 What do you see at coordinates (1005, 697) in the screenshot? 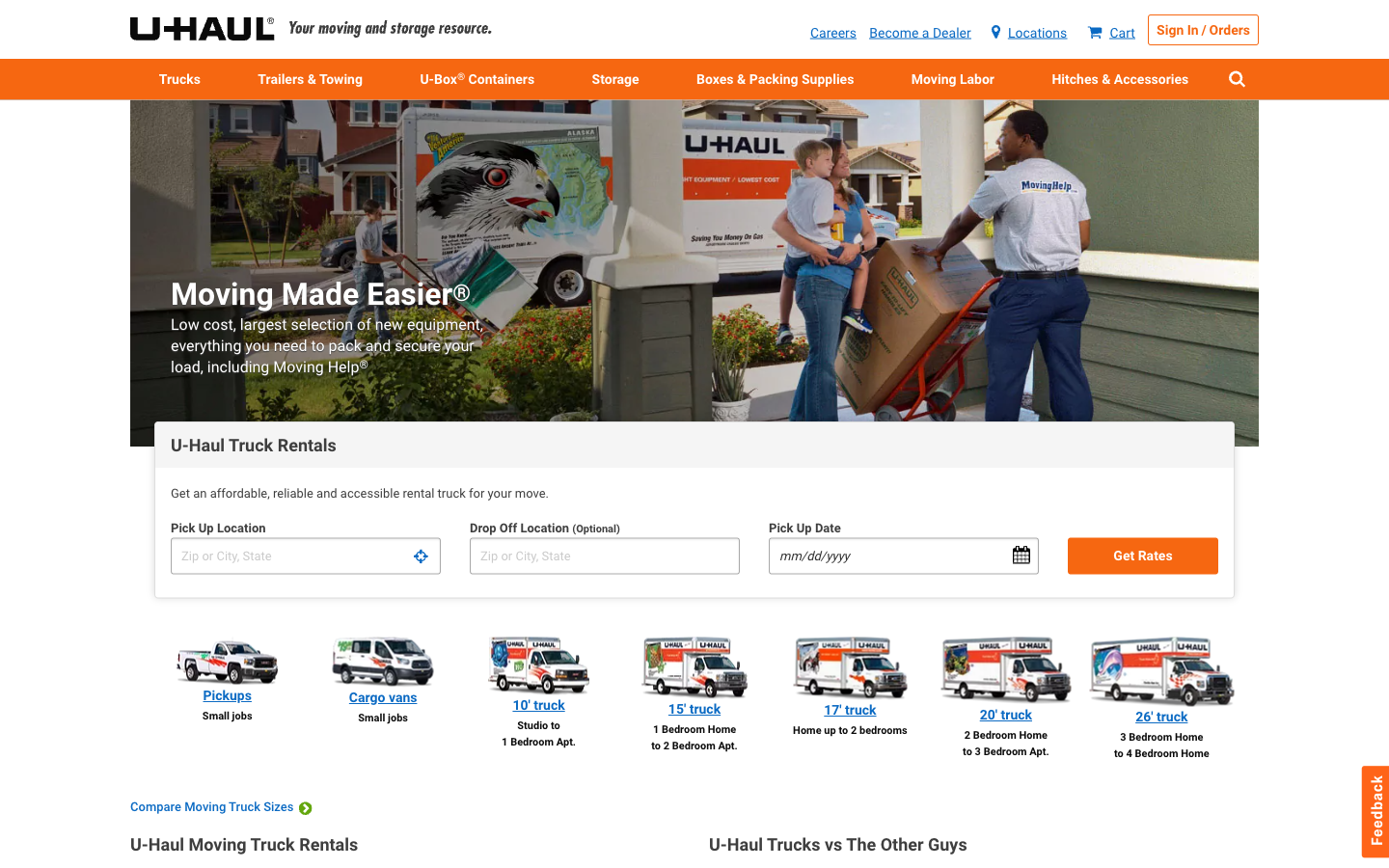
I see `Secure a 20-foot vehicle for a 3-BR apartment move` at bounding box center [1005, 697].